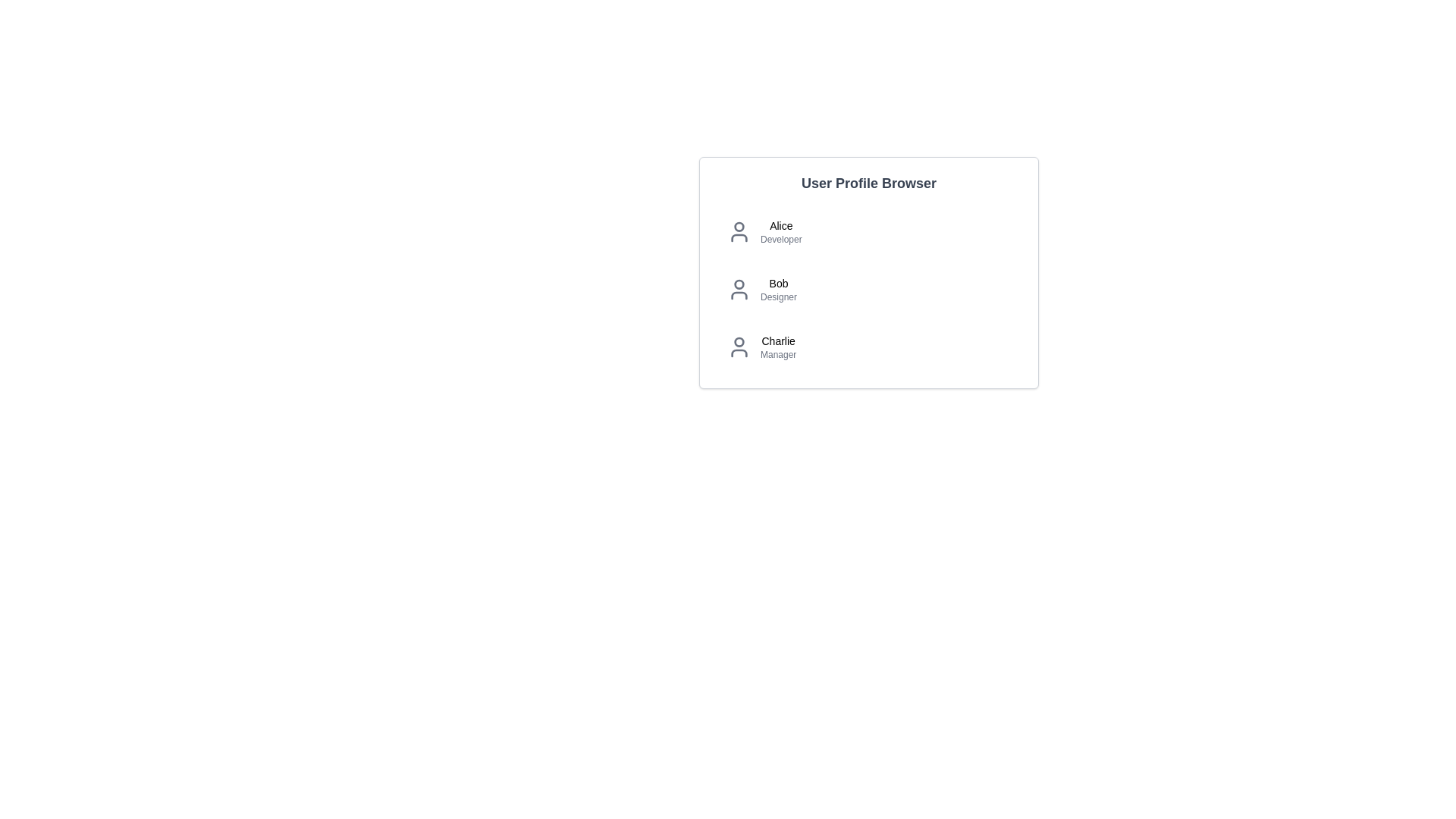  What do you see at coordinates (739, 353) in the screenshot?
I see `the lower portion of the user profile icon, which is the bottom half of a simplified human figure icon, designed in a minimalist style with gray coloring, located near the user 'Charlie' with the role 'Manager'` at bounding box center [739, 353].